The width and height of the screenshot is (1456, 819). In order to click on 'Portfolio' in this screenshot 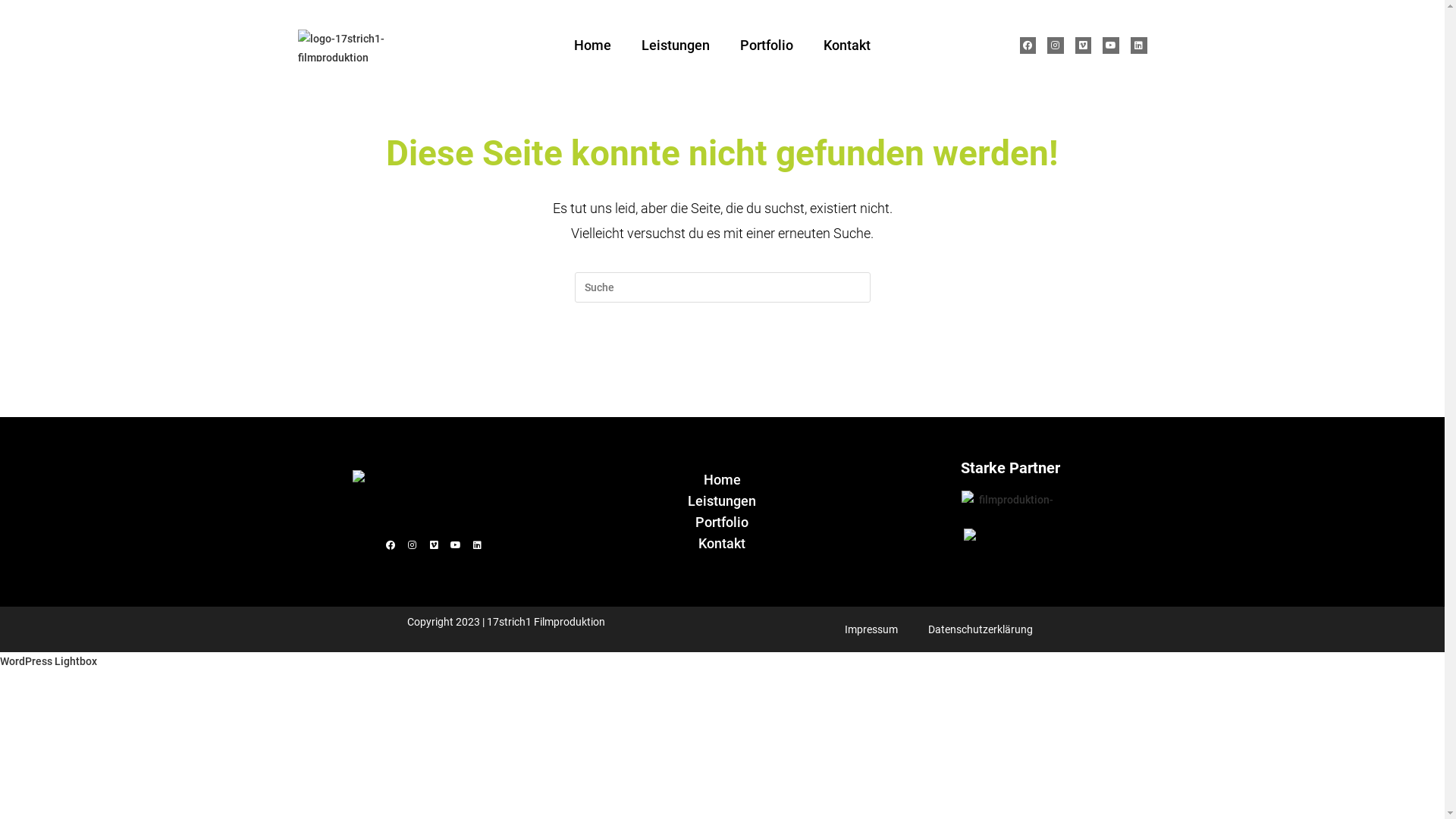, I will do `click(767, 45)`.